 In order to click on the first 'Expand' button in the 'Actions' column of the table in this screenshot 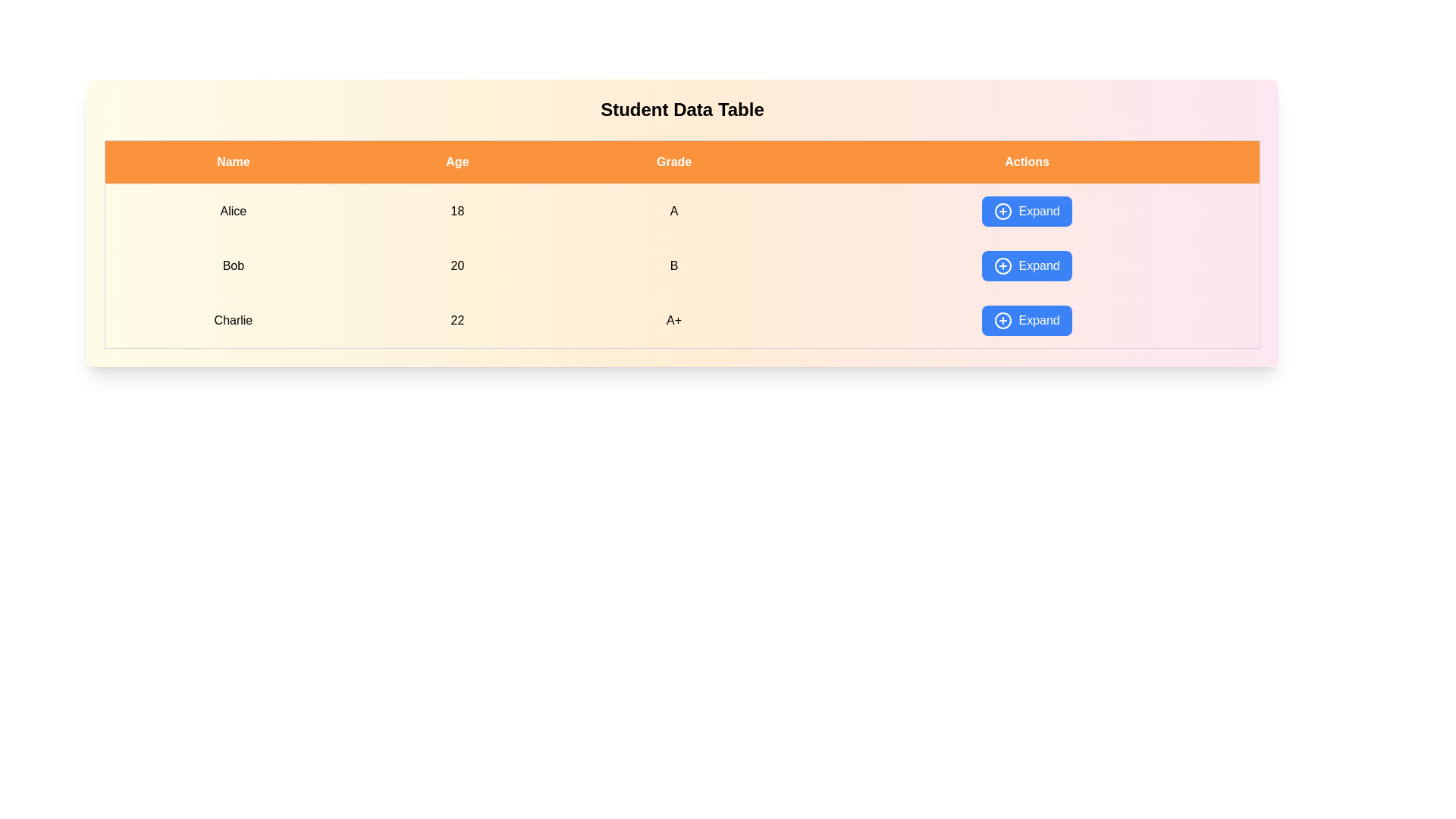, I will do `click(1027, 211)`.